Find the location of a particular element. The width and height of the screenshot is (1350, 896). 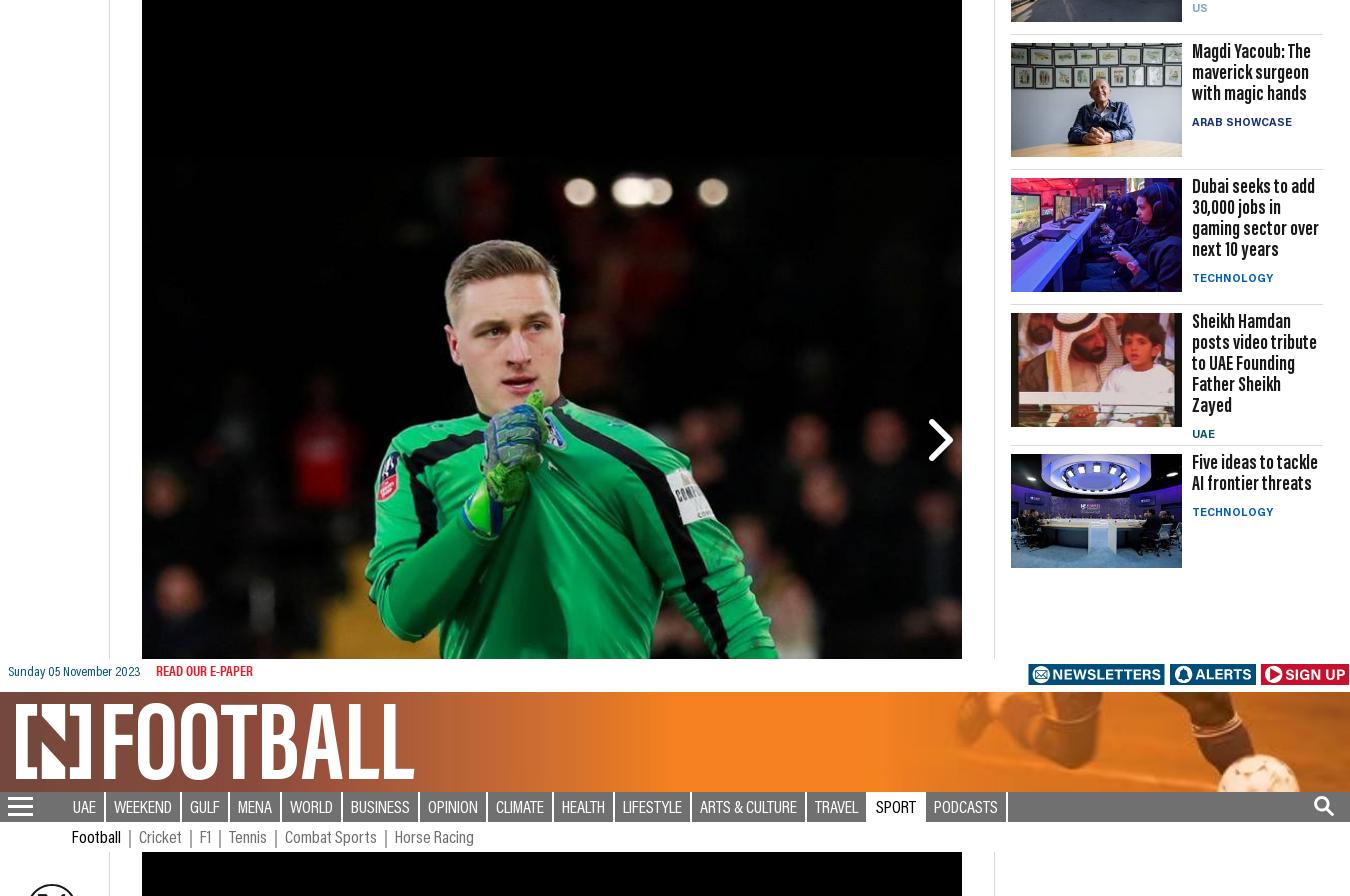

'Pocketful of Dirhams' is located at coordinates (1206, 833).